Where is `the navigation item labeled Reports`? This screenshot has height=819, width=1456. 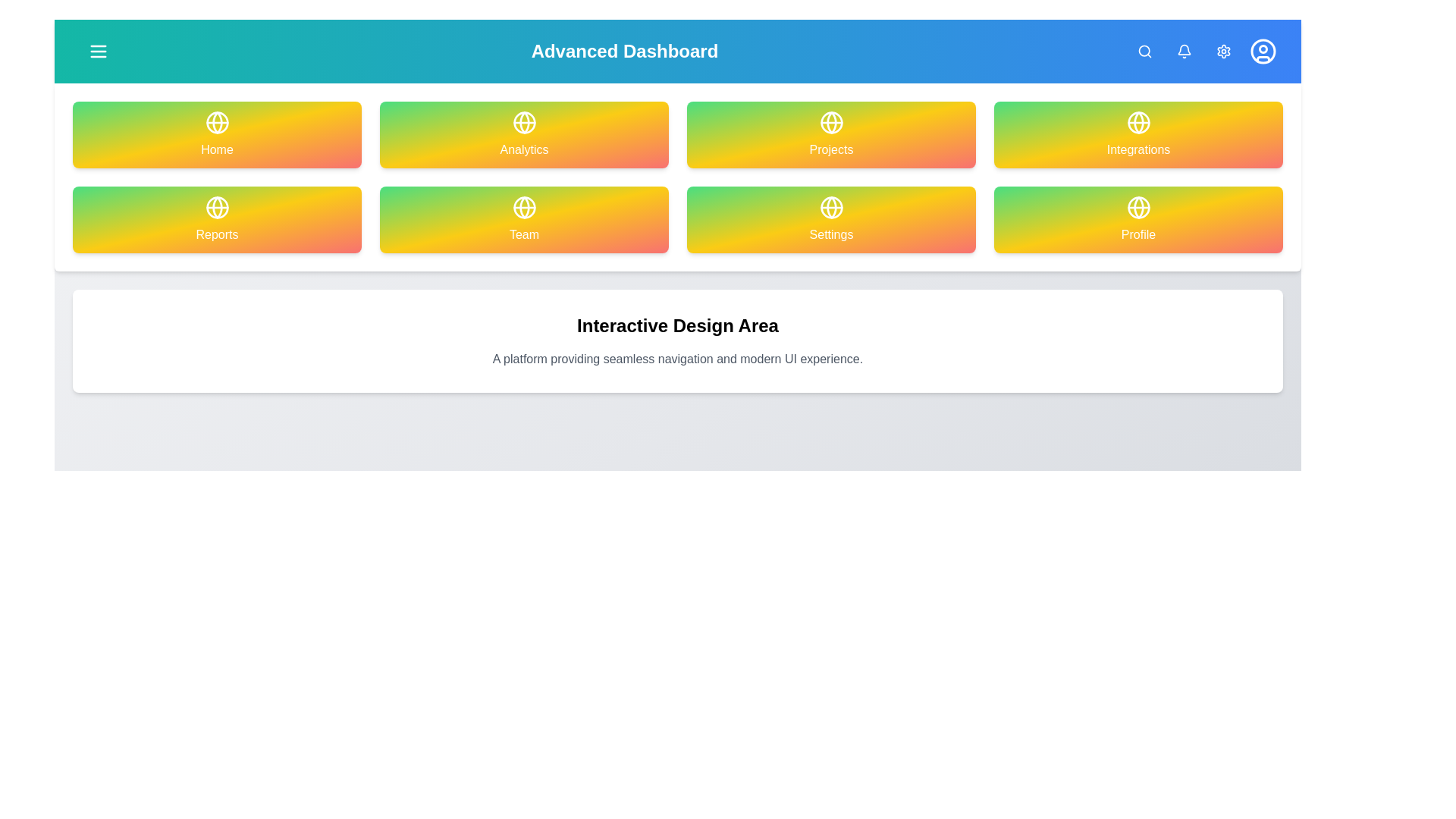
the navigation item labeled Reports is located at coordinates (216, 219).